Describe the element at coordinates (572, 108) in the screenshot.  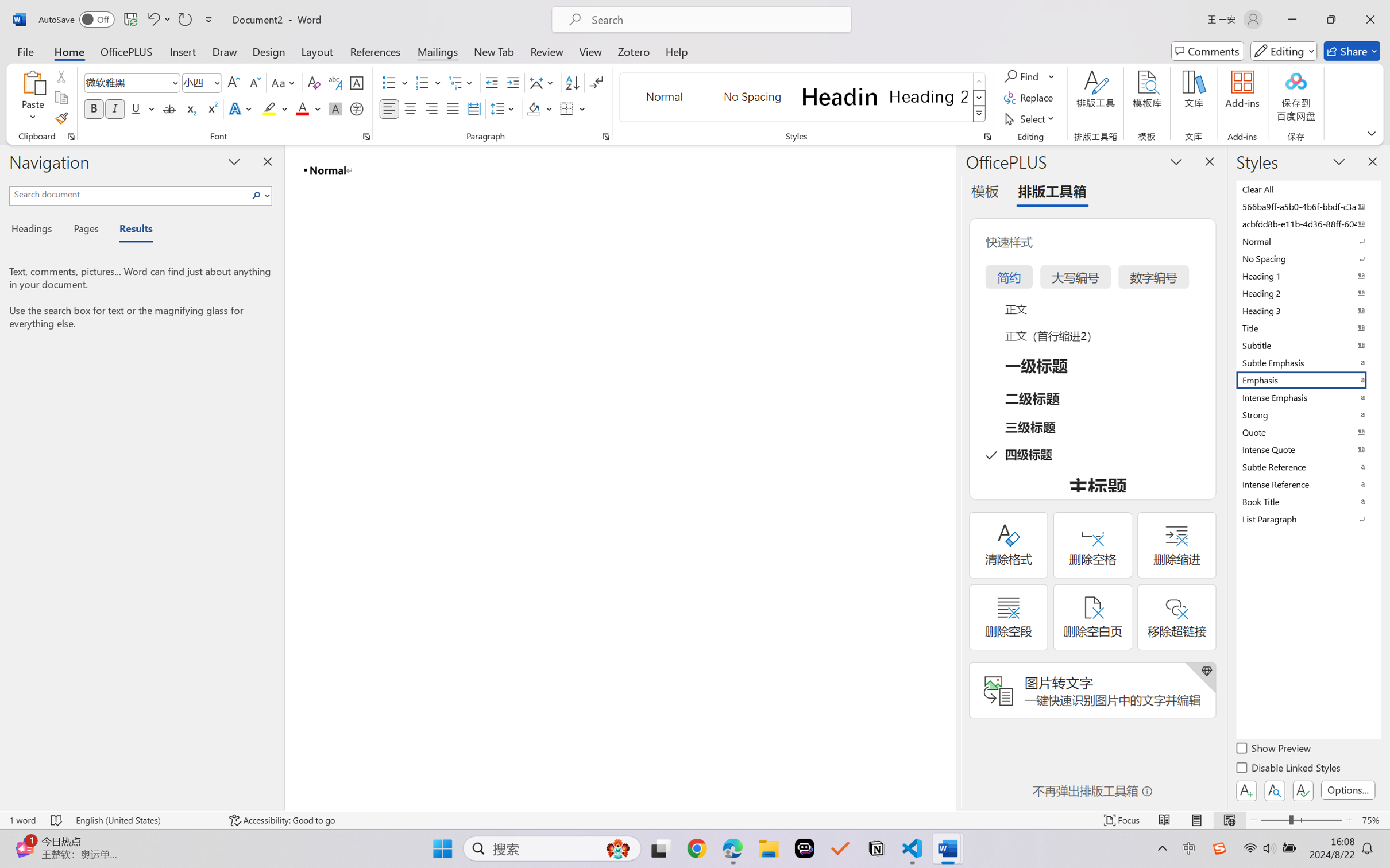
I see `'Borders'` at that location.